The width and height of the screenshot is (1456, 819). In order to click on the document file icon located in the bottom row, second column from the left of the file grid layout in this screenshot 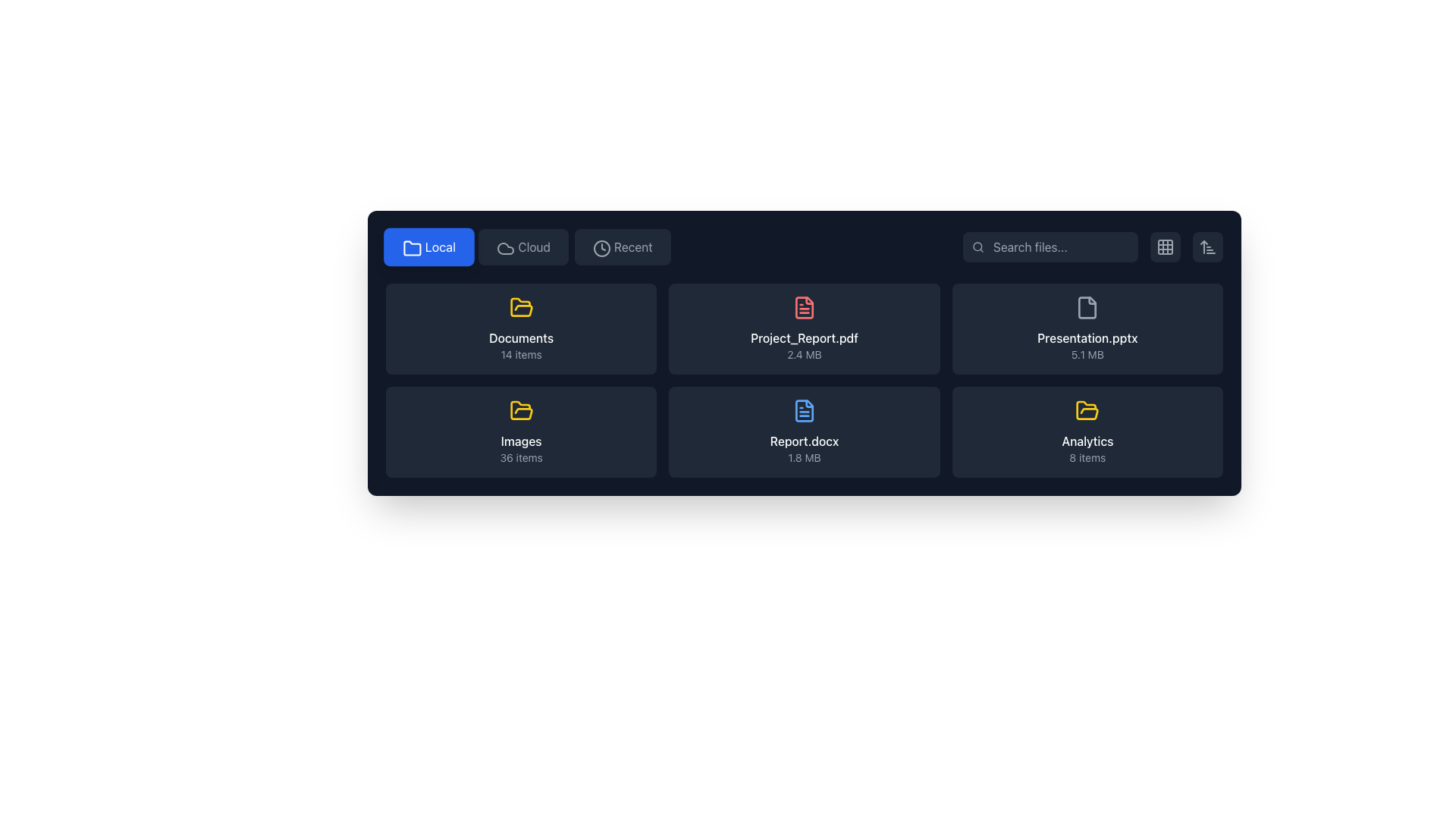, I will do `click(803, 411)`.